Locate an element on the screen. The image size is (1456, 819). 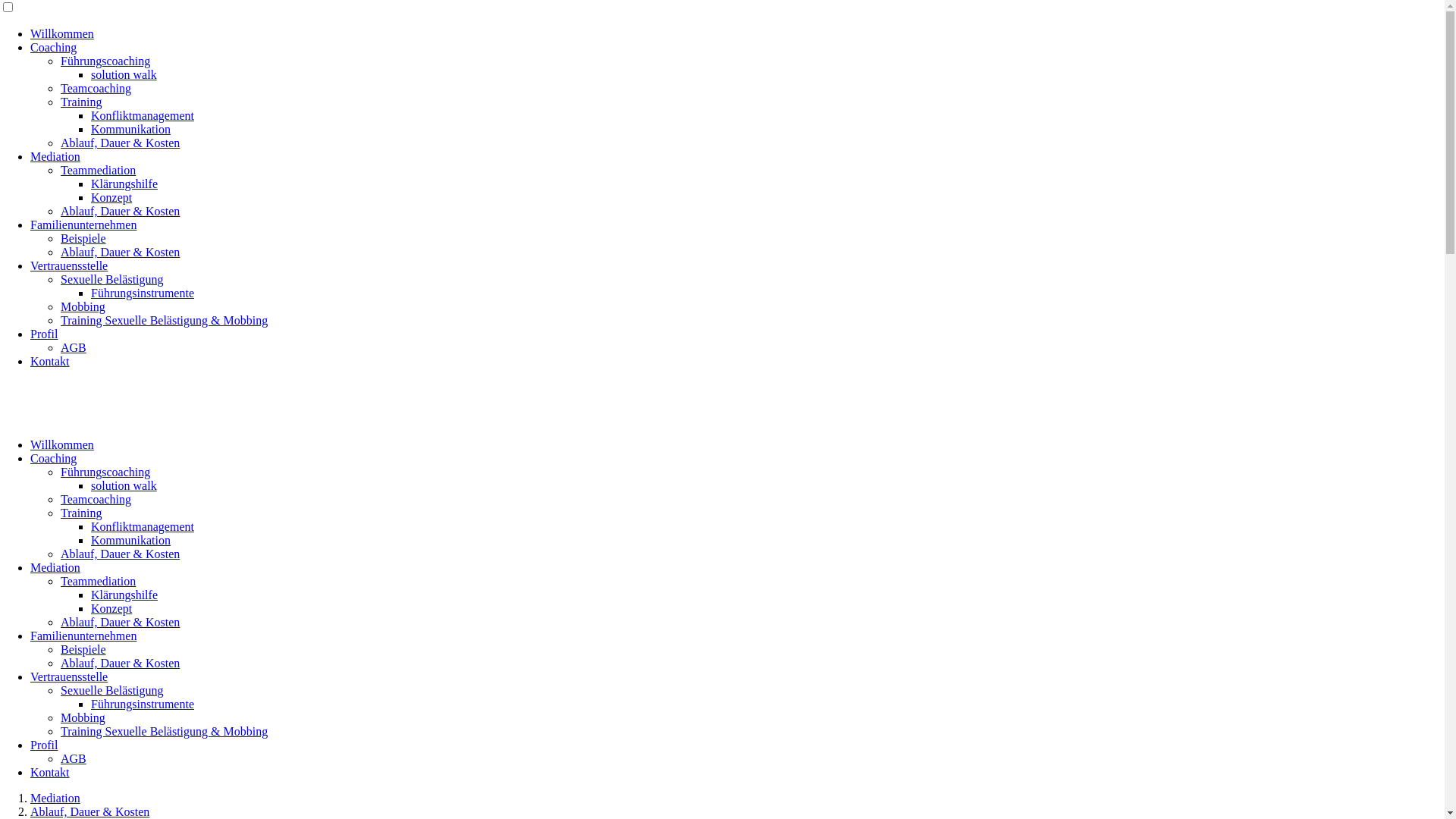
'Profil' is located at coordinates (30, 333).